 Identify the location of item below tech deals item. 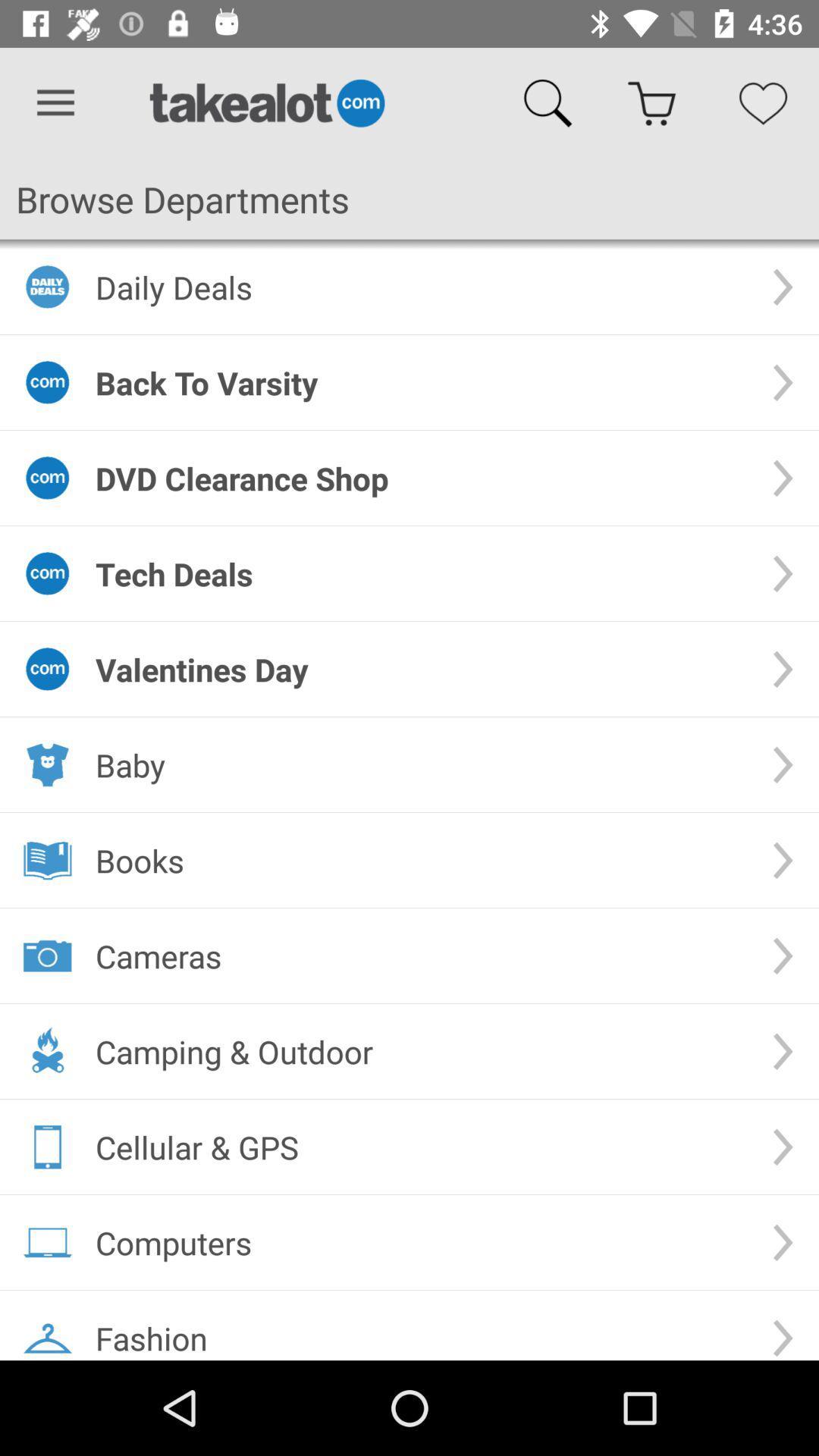
(421, 668).